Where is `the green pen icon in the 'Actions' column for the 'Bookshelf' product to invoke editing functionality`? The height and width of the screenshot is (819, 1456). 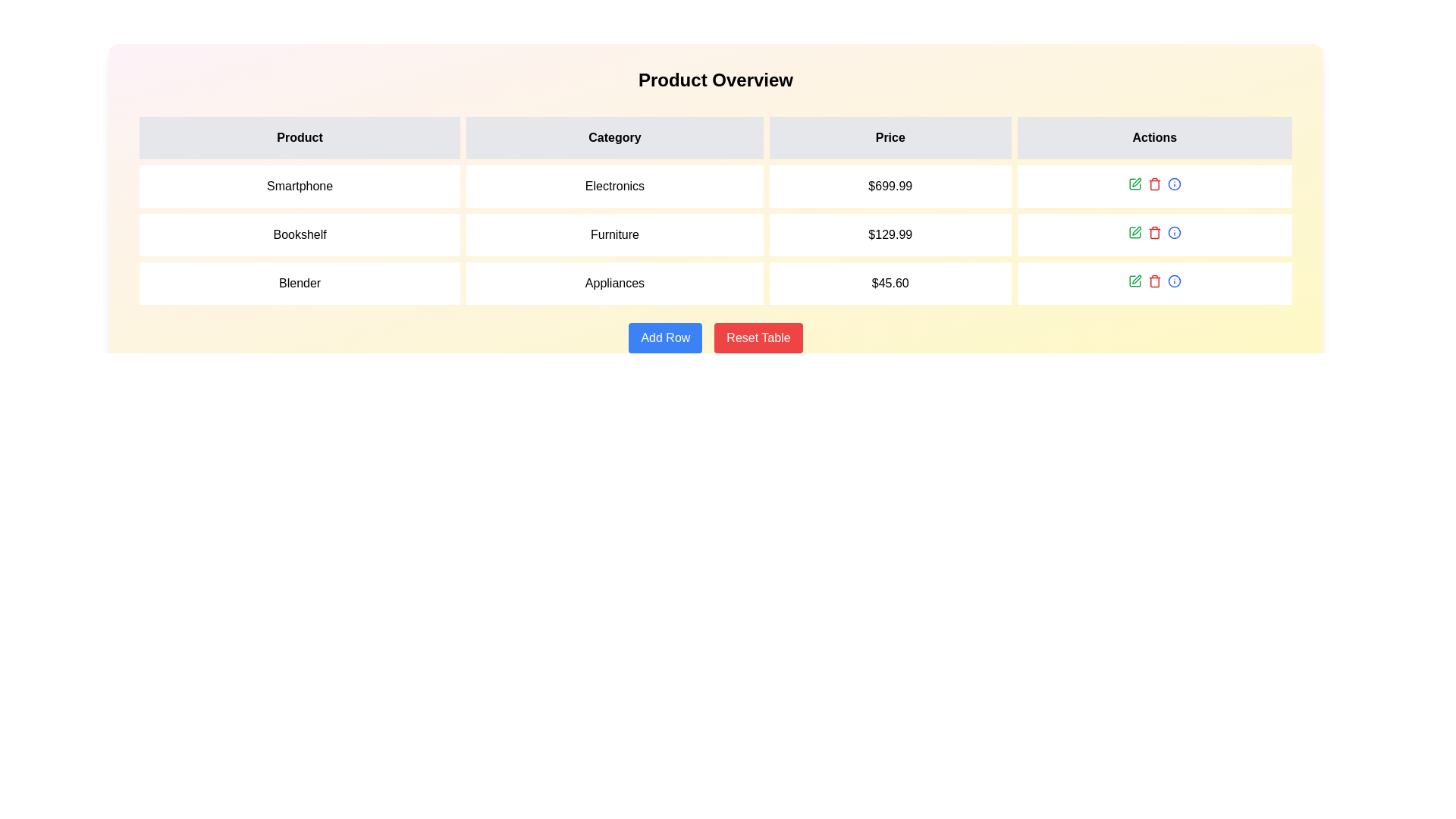
the green pen icon in the 'Actions' column for the 'Bookshelf' product to invoke editing functionality is located at coordinates (1134, 233).